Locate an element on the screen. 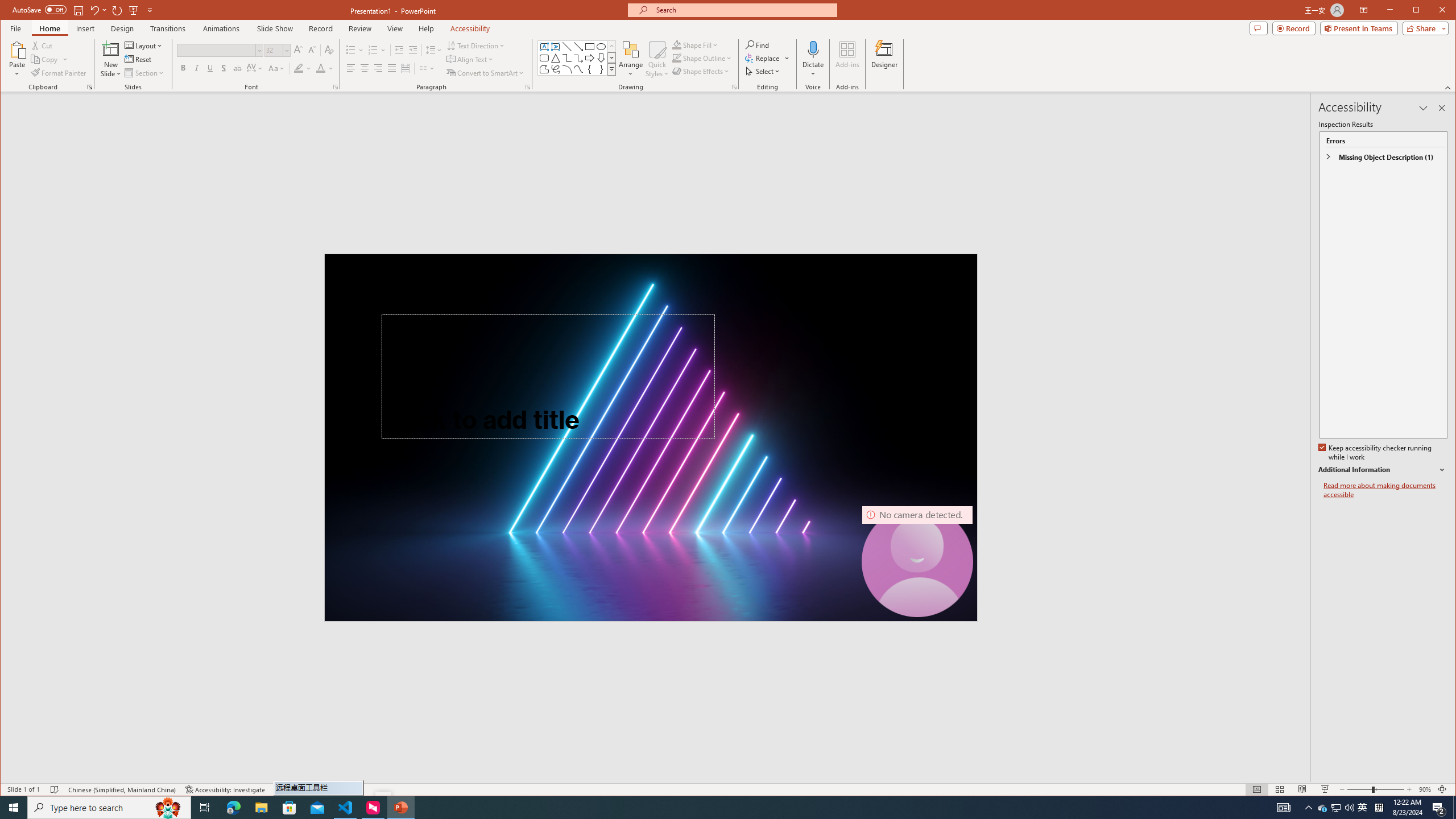 The height and width of the screenshot is (819, 1456). 'Clear Formatting' is located at coordinates (329, 49).